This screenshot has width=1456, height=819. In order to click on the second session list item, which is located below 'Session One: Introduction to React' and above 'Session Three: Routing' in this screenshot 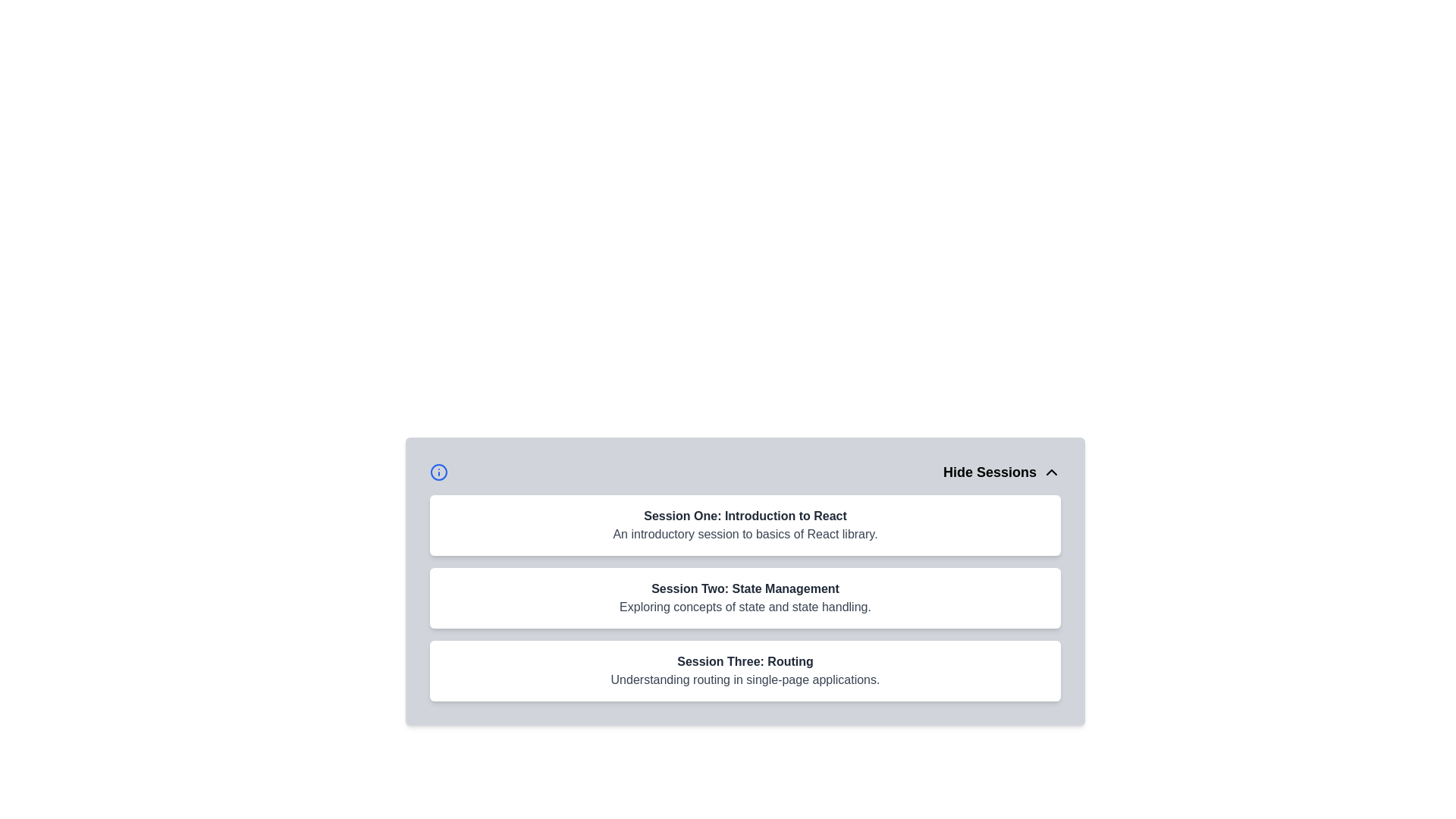, I will do `click(745, 598)`.